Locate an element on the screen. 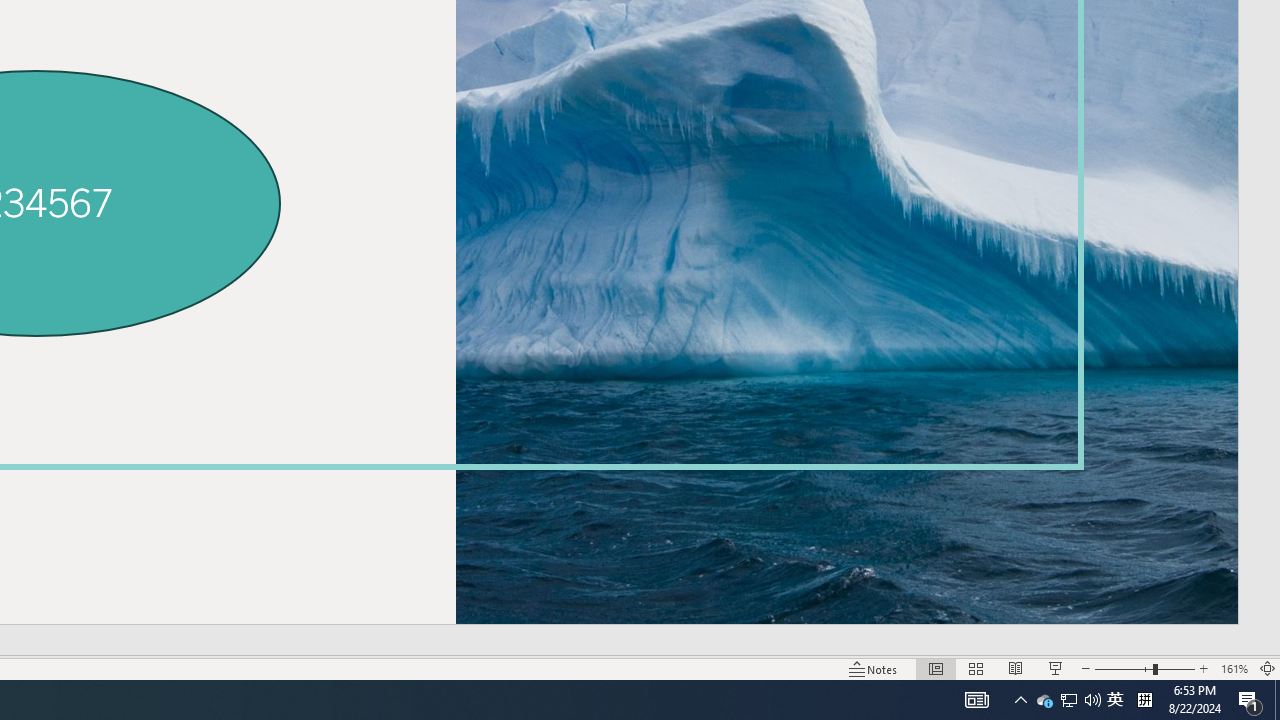 The image size is (1280, 720). 'Zoom 161%' is located at coordinates (1233, 669).